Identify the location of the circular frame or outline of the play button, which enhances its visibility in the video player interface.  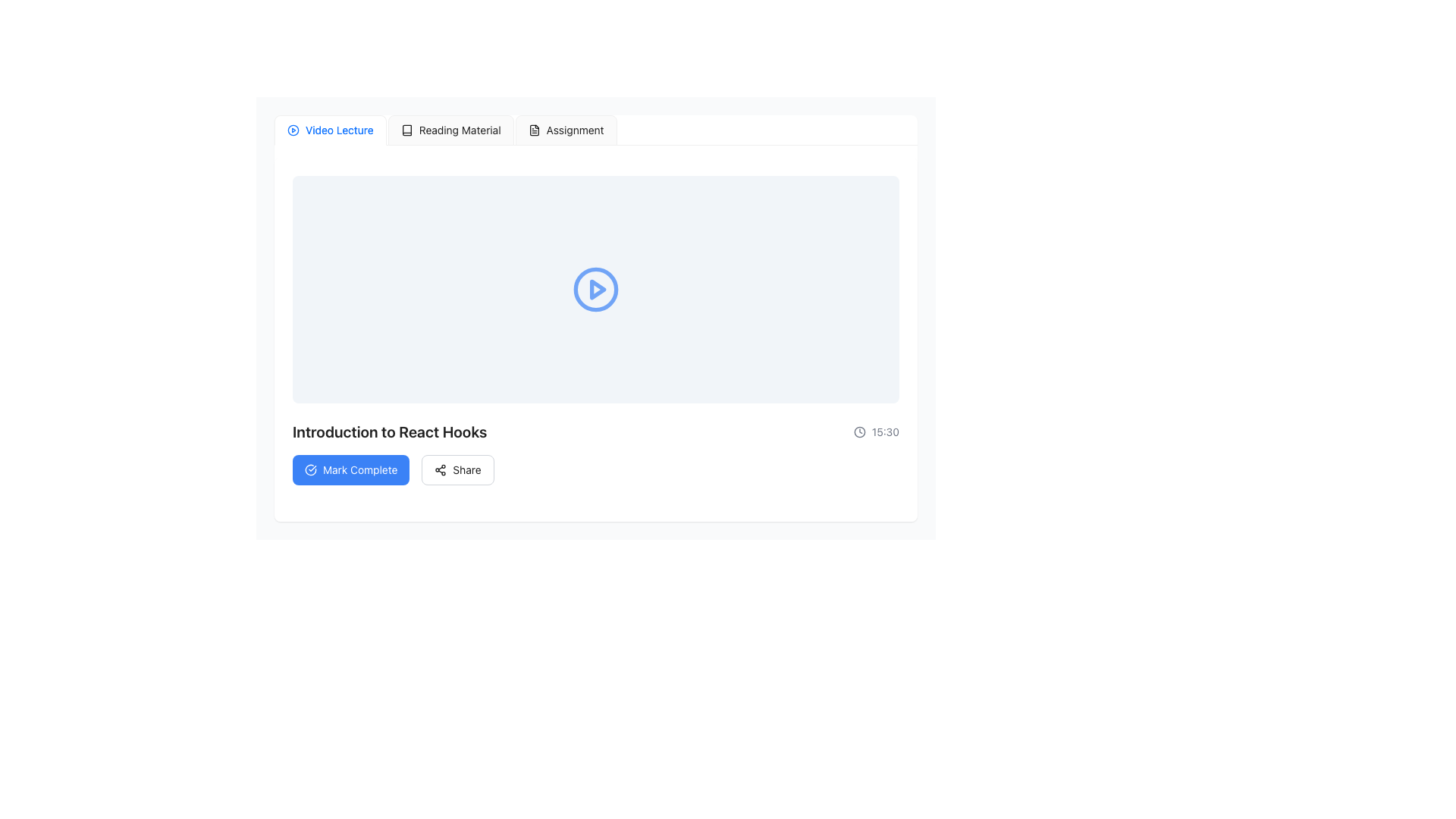
(595, 289).